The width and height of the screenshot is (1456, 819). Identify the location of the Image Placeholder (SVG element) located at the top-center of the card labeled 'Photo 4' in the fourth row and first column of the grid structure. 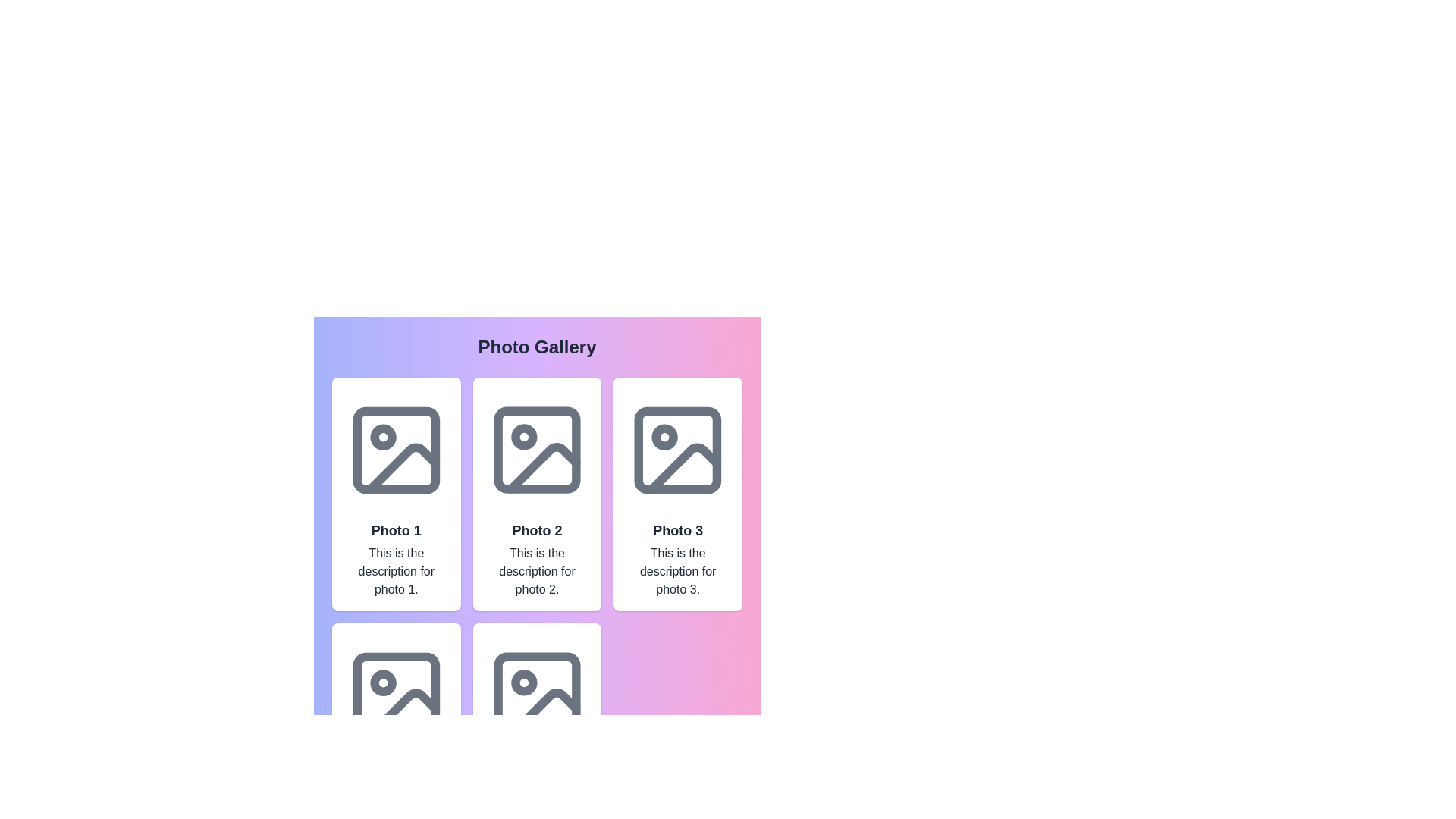
(396, 696).